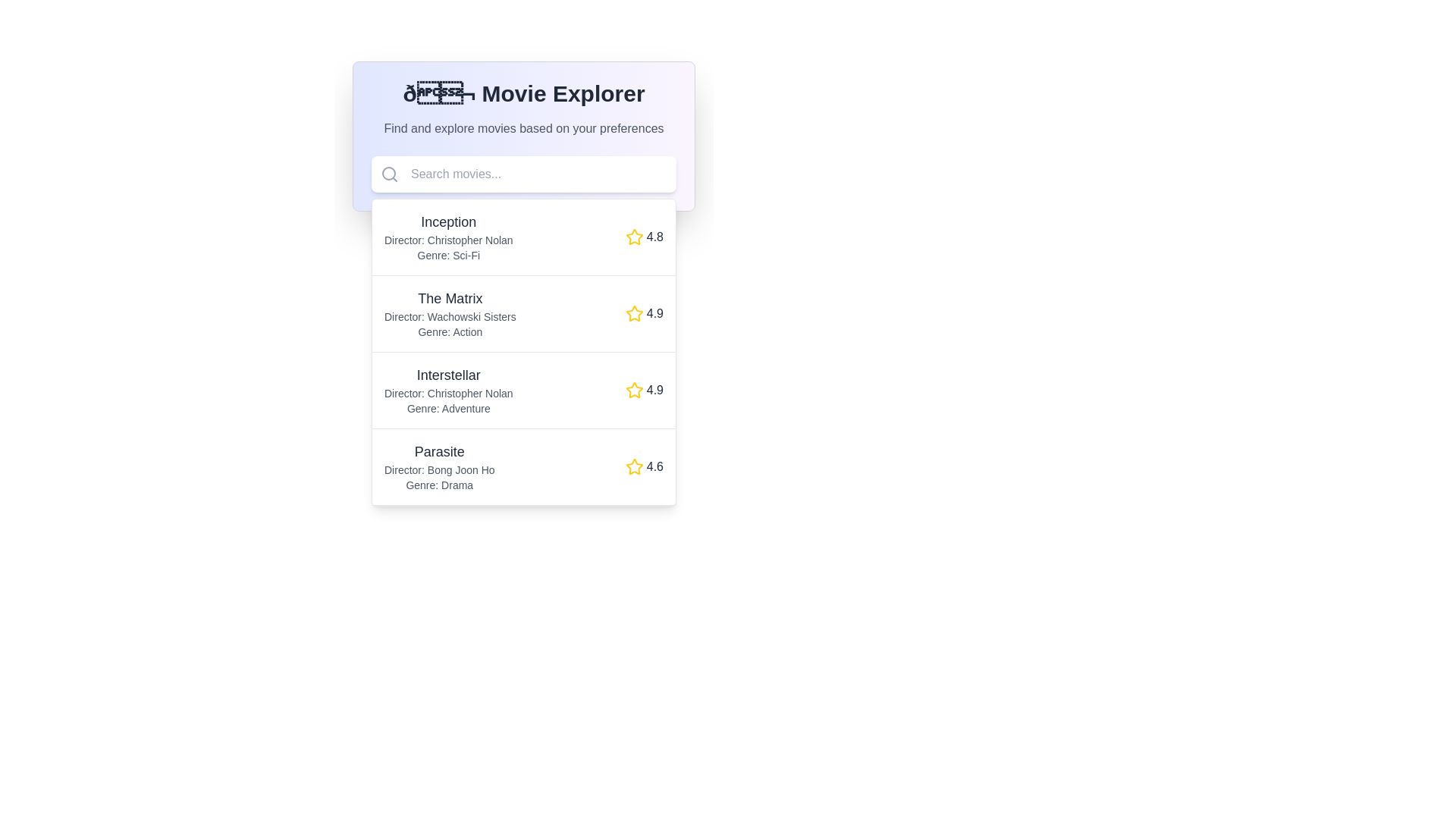  I want to click on the Rating Icon (Star) representing the score for the movie 'Interstellar' with a rating of '4.9', located in the third row from the top, so click(634, 390).